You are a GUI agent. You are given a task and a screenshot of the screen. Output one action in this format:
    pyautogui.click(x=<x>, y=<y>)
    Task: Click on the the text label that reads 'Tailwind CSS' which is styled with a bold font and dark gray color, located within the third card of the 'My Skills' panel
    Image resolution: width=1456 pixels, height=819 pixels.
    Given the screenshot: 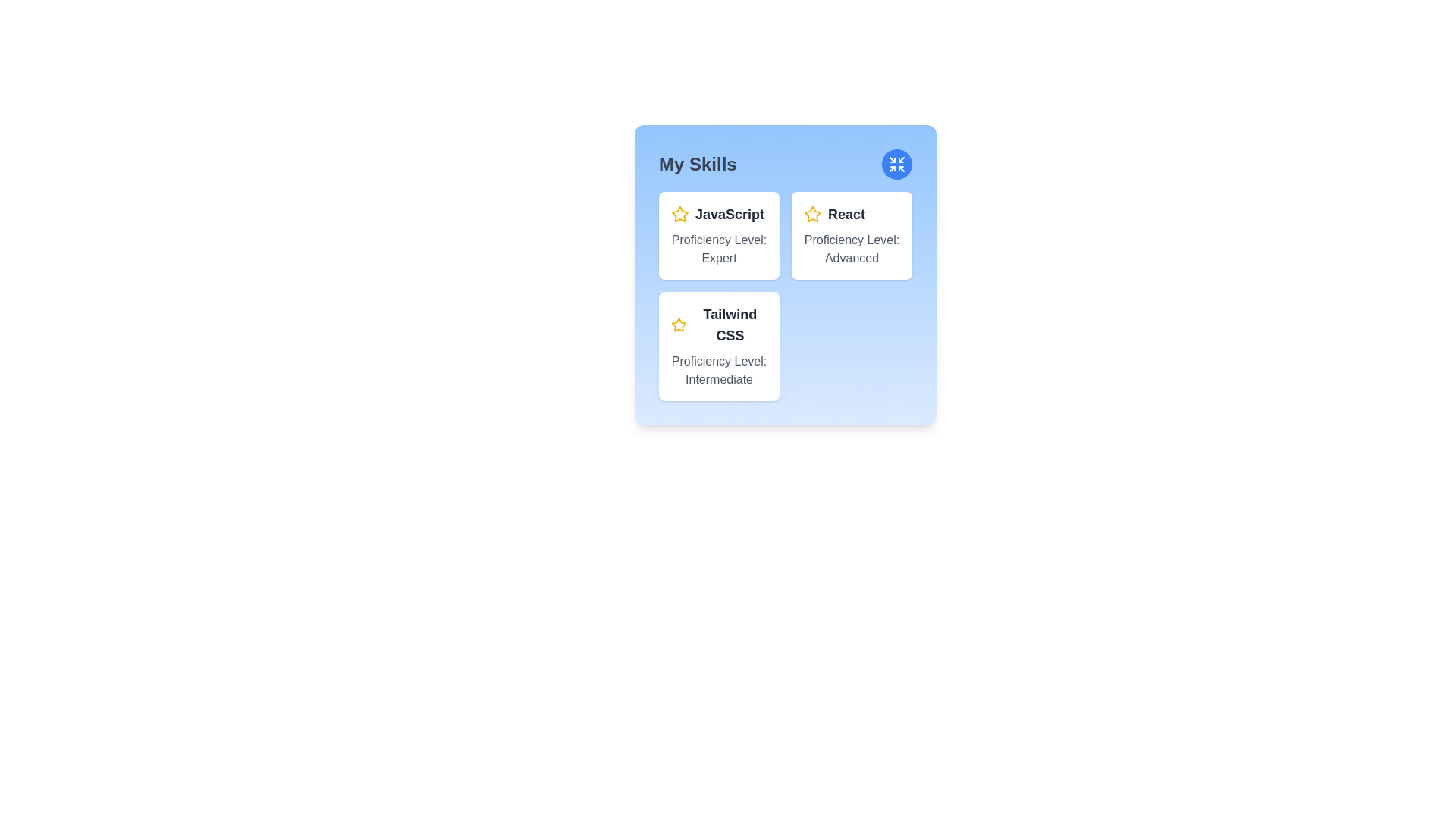 What is the action you would take?
    pyautogui.click(x=718, y=324)
    